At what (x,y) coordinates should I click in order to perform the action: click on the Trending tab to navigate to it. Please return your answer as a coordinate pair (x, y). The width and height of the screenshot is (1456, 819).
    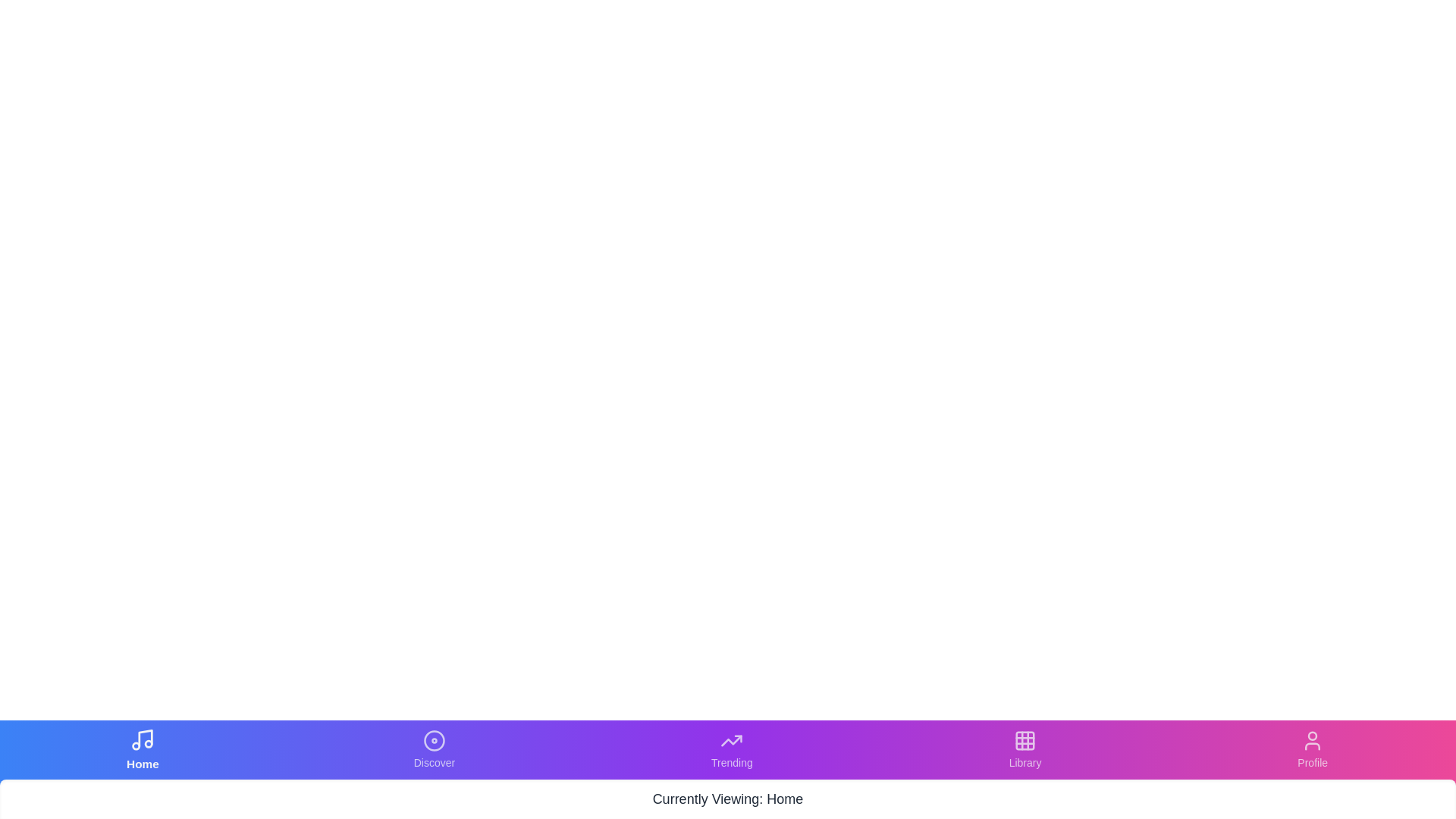
    Looking at the image, I should click on (732, 748).